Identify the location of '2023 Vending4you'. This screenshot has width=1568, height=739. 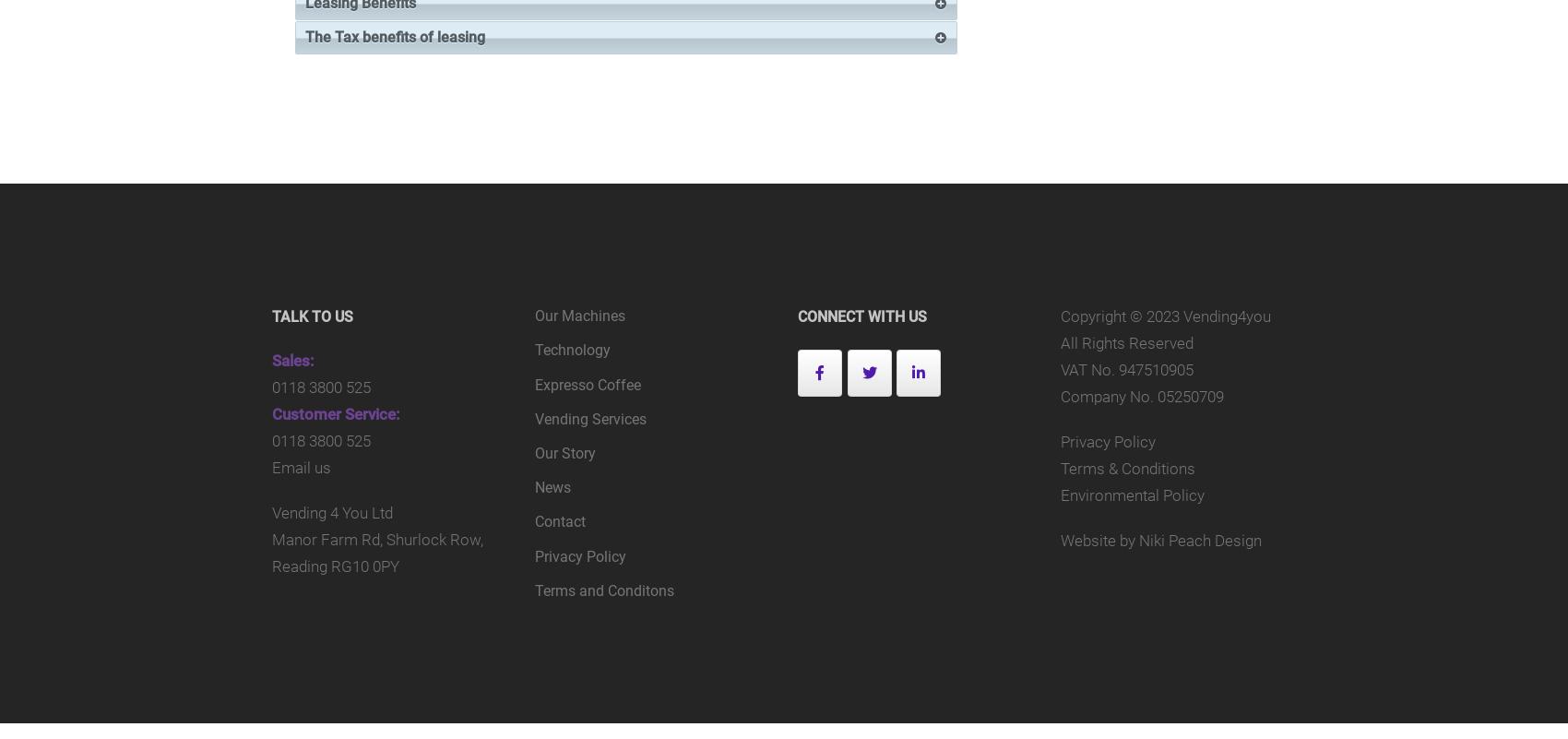
(1208, 315).